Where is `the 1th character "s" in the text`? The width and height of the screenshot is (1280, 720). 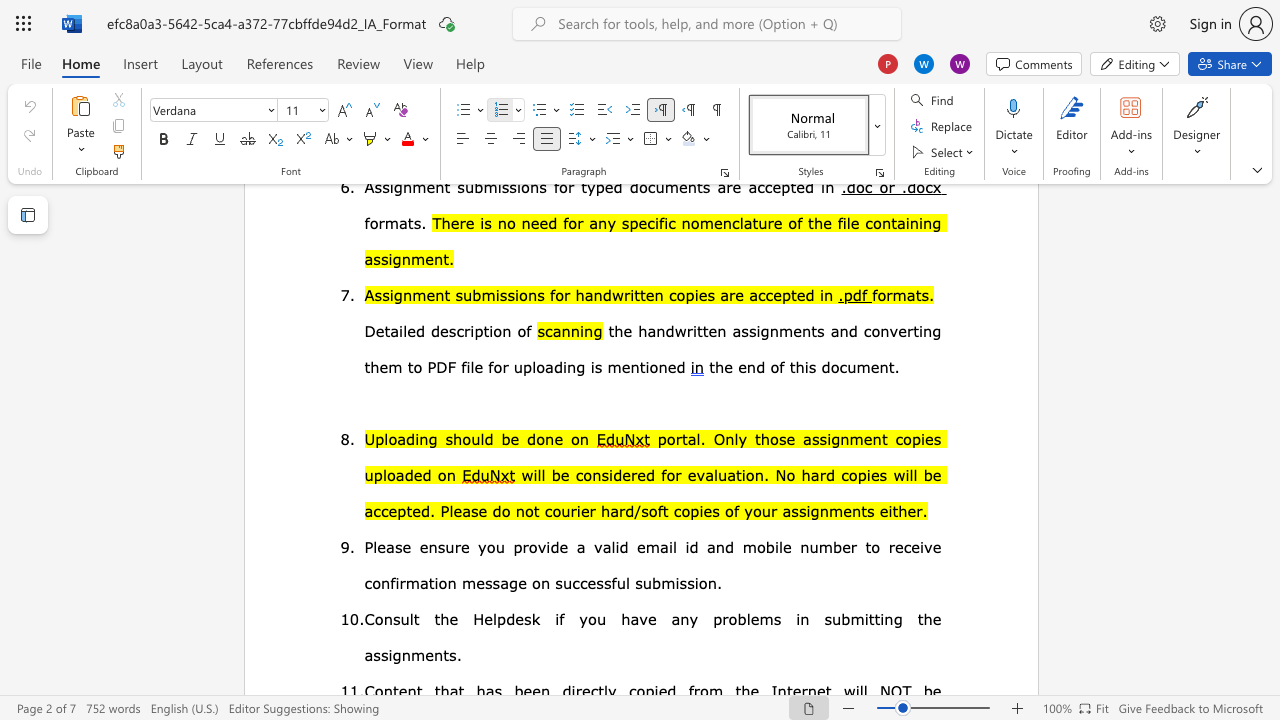
the 1th character "s" in the text is located at coordinates (448, 437).